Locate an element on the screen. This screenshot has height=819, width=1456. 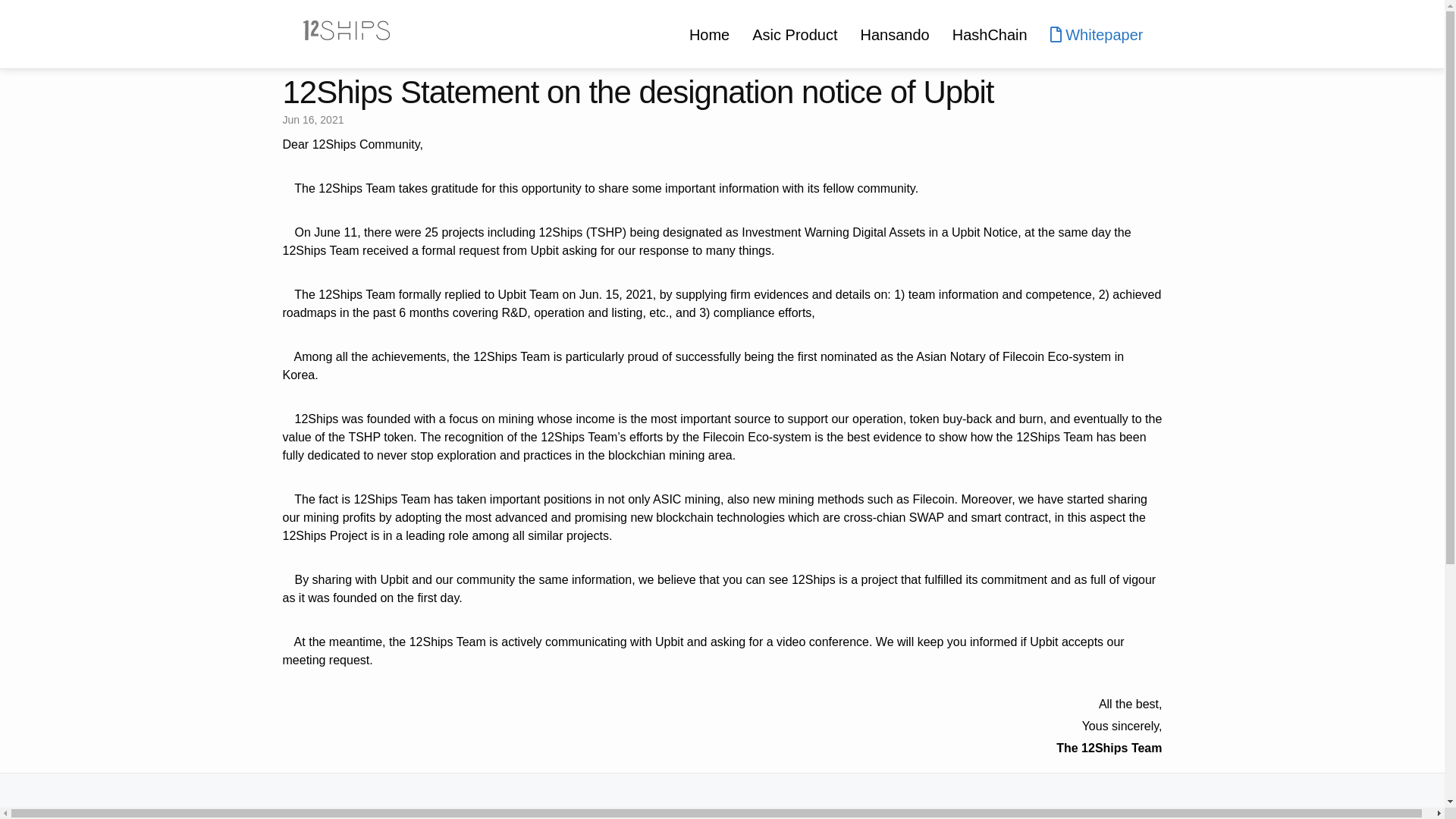
'Asic Product' is located at coordinates (793, 34).